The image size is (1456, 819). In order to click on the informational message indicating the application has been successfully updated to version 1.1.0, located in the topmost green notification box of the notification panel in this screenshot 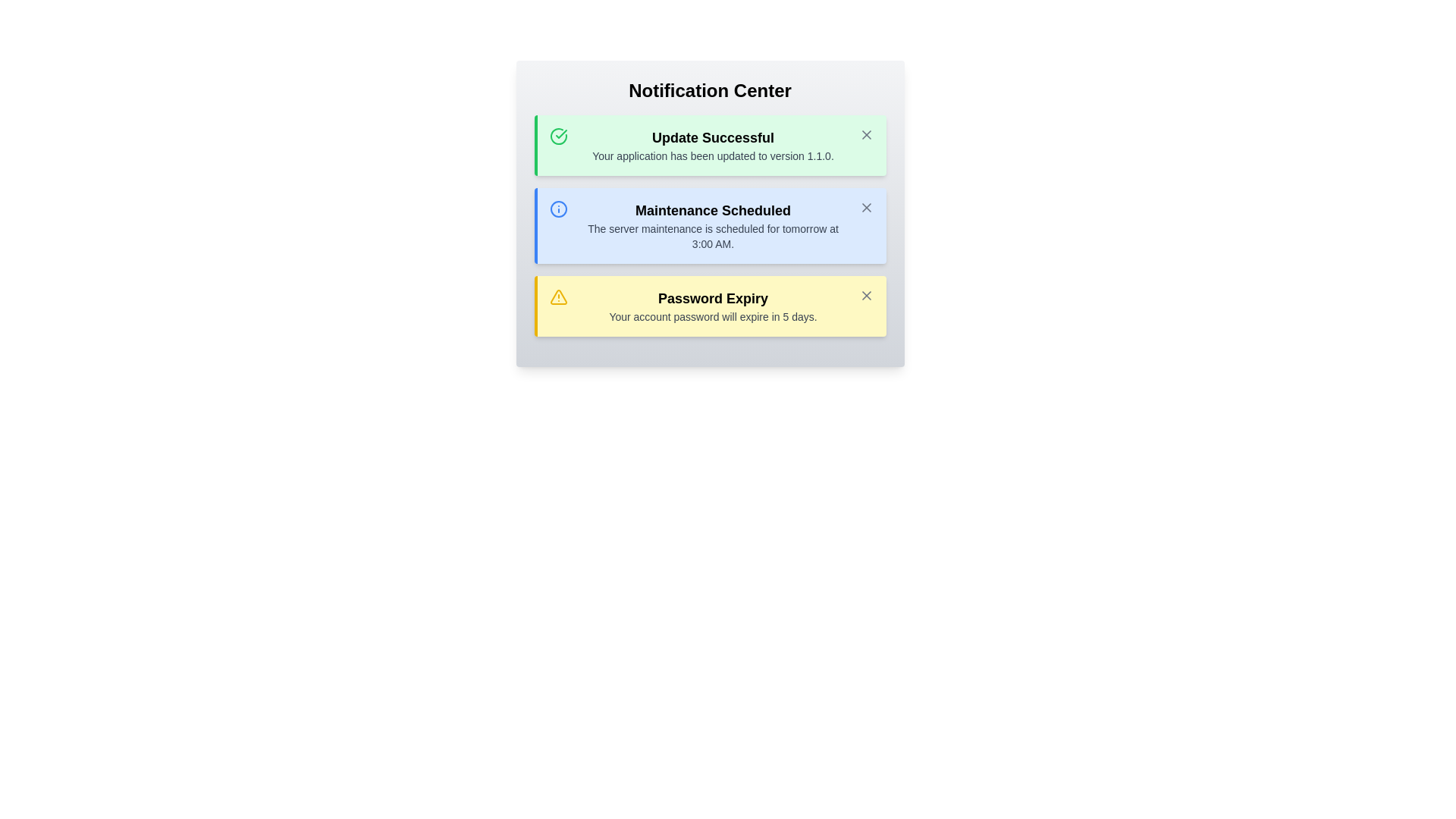, I will do `click(712, 146)`.